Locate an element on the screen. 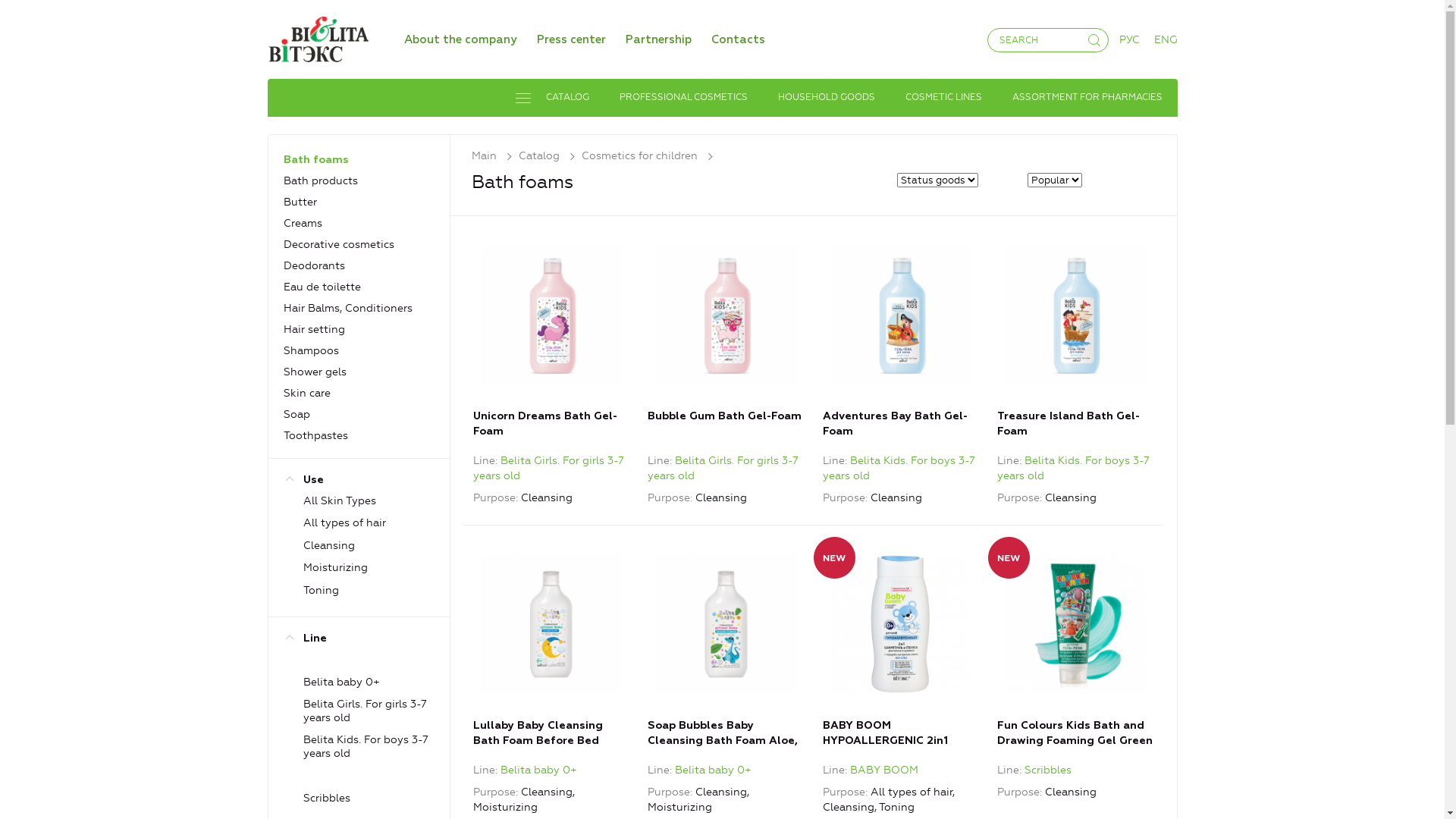 This screenshot has height=819, width=1456. 'About the company' is located at coordinates (459, 39).